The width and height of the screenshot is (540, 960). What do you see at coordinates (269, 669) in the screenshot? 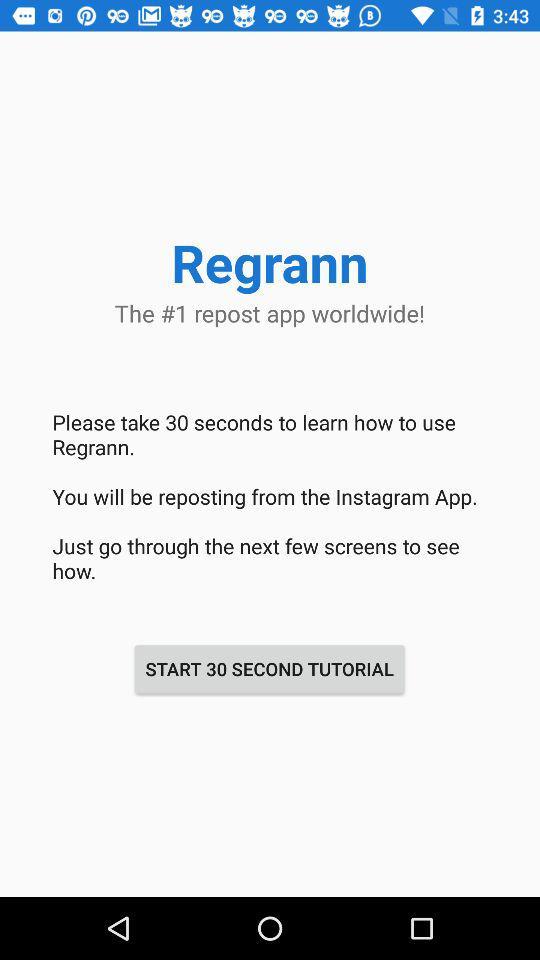
I see `start 30 second item` at bounding box center [269, 669].